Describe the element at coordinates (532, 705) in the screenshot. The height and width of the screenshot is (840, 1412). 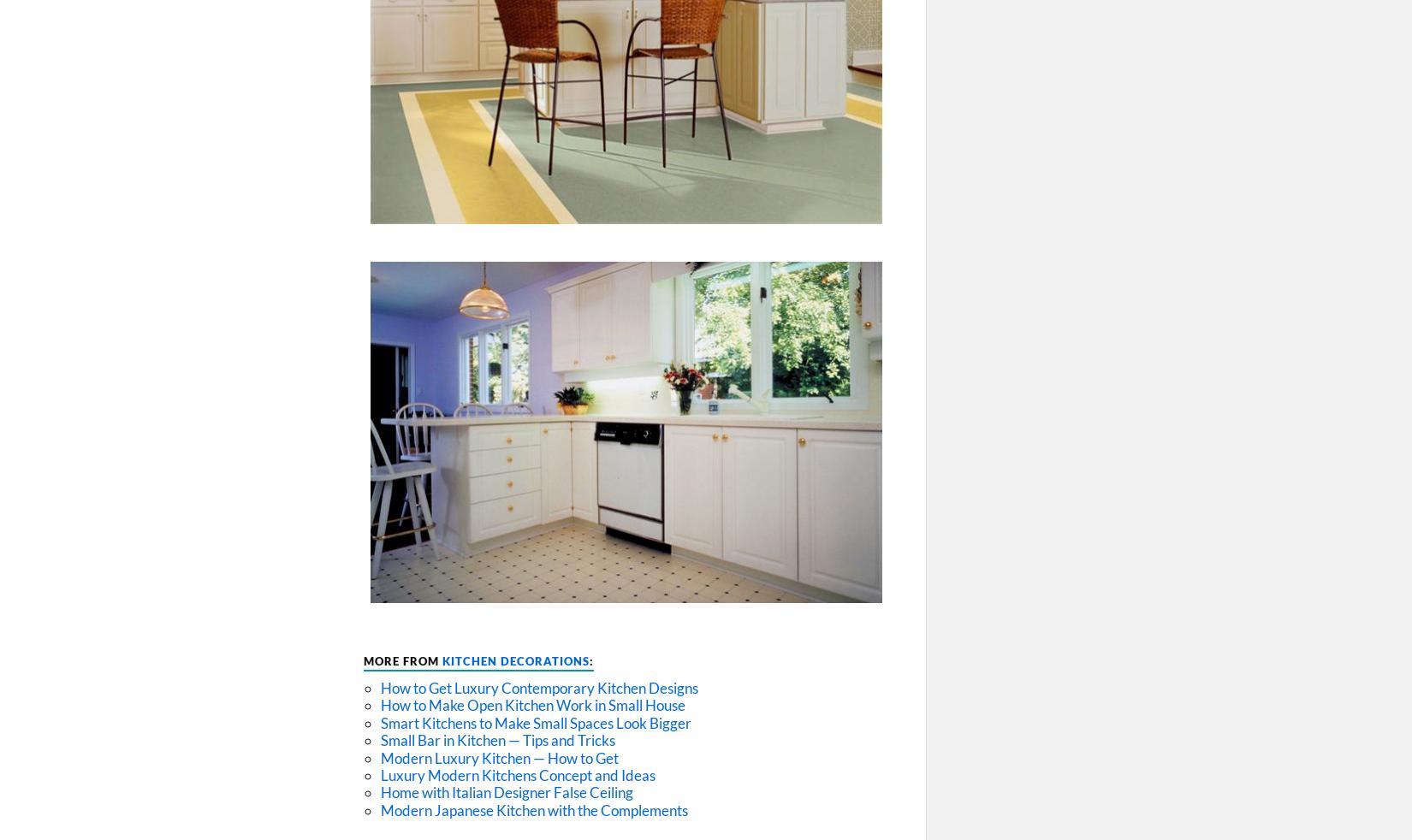
I see `'How to Make Open Kitchen Work in Small House'` at that location.